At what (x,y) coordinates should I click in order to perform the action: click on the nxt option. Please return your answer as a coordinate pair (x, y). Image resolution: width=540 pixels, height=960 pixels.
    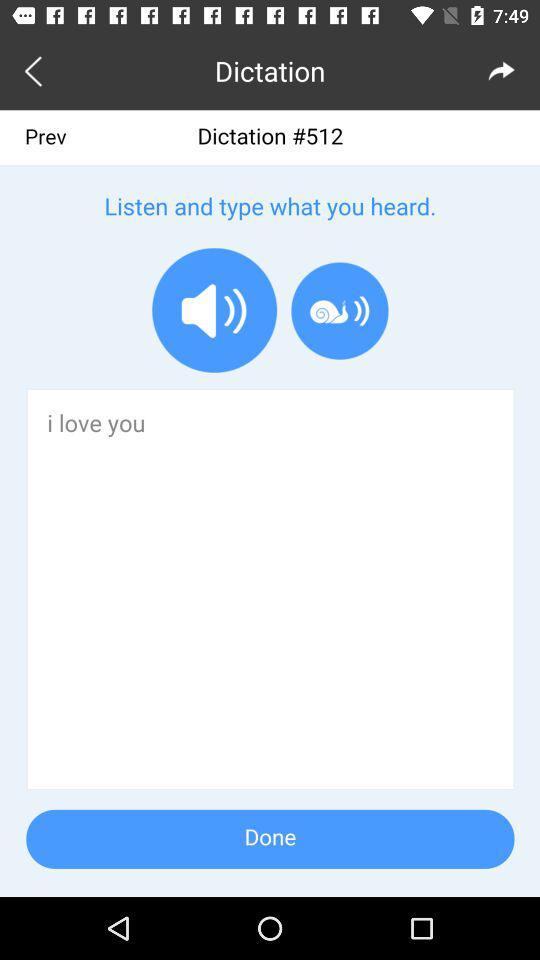
    Looking at the image, I should click on (501, 70).